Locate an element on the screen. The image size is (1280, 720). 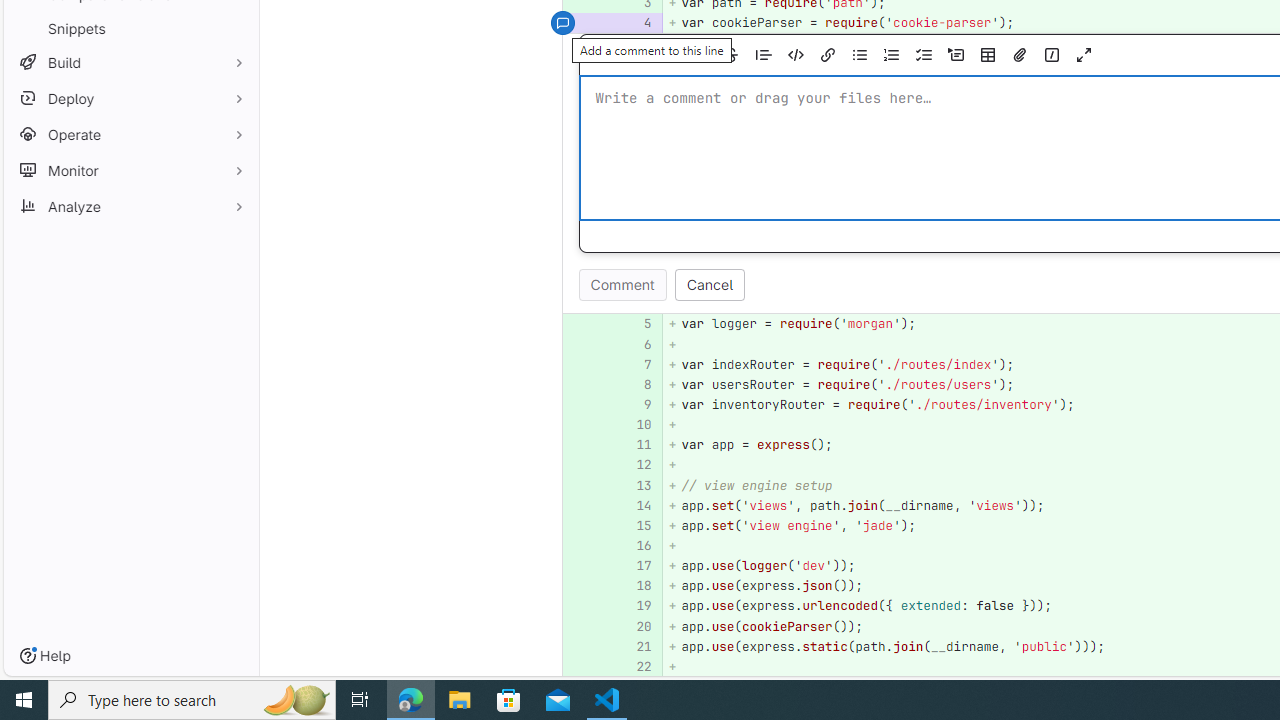
'9' is located at coordinates (636, 405).